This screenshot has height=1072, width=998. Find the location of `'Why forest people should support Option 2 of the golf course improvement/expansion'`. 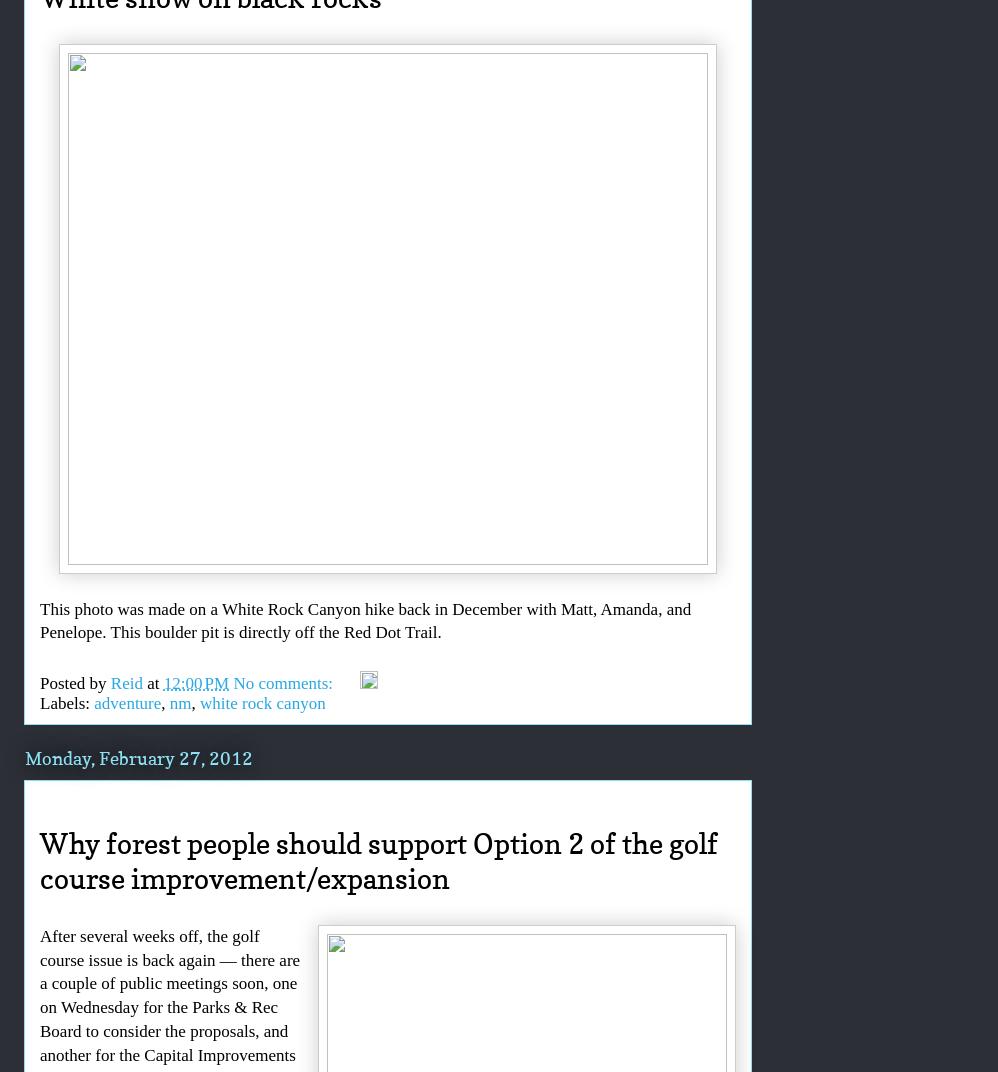

'Why forest people should support Option 2 of the golf course improvement/expansion' is located at coordinates (40, 859).